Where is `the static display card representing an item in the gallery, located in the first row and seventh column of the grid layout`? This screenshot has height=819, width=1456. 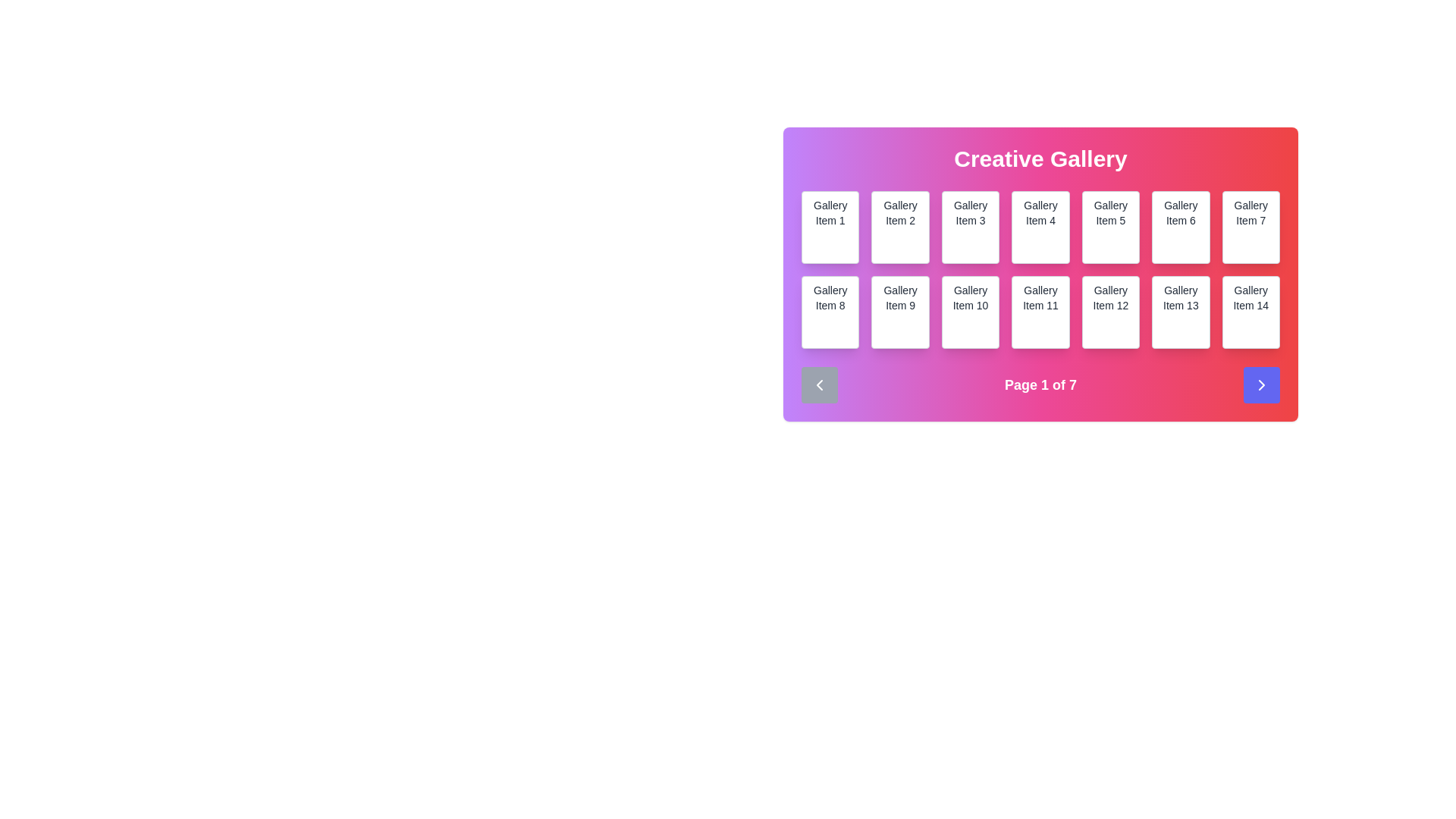
the static display card representing an item in the gallery, located in the first row and seventh column of the grid layout is located at coordinates (1250, 227).